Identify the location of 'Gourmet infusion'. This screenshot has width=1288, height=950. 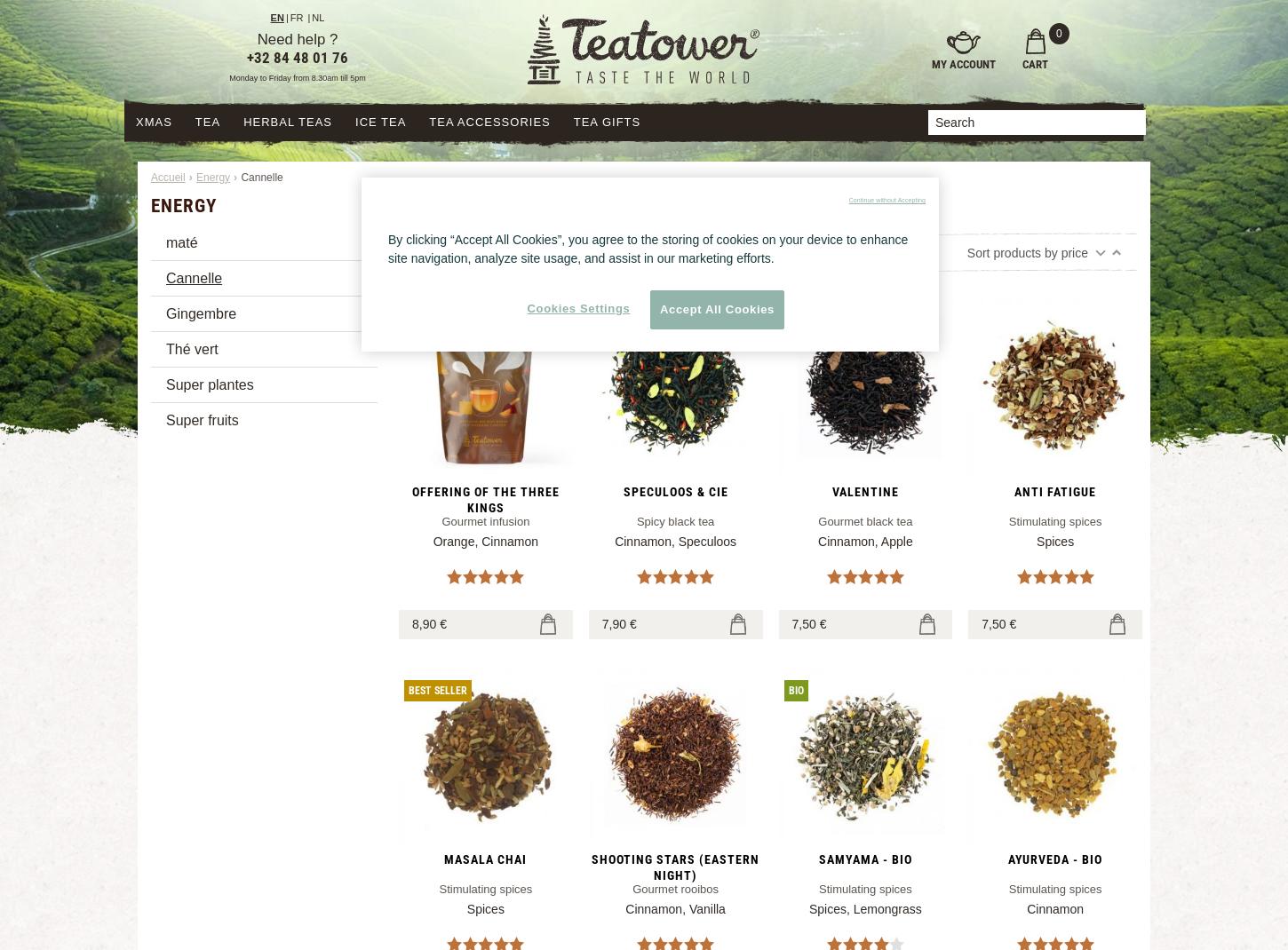
(485, 519).